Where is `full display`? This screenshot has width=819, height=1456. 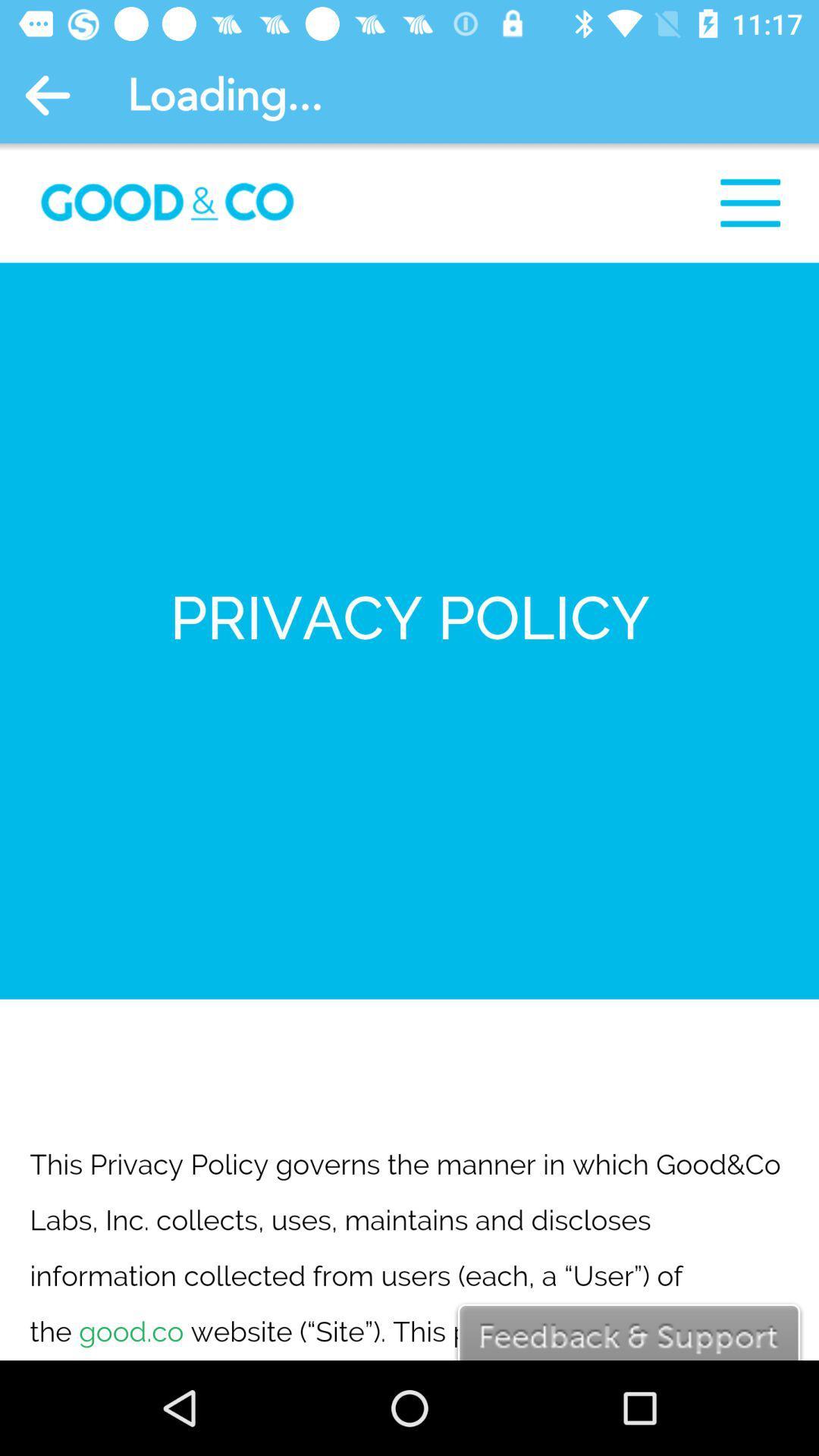 full display is located at coordinates (409, 752).